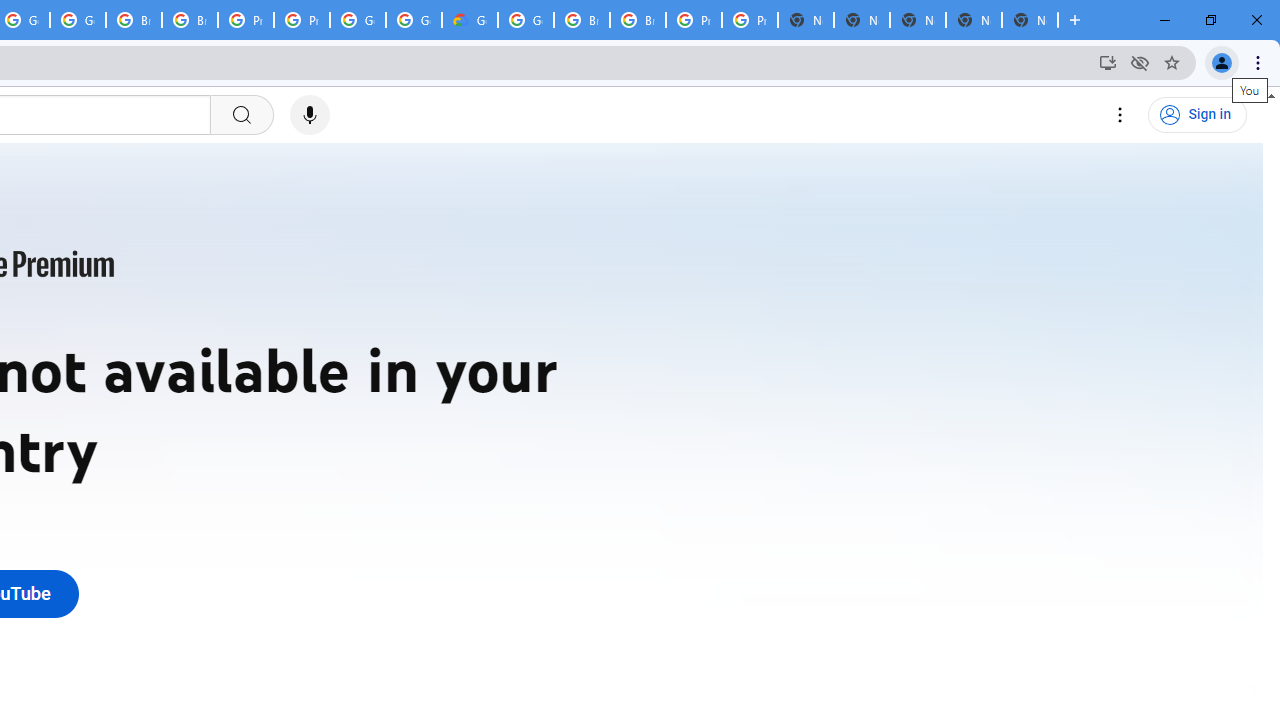 The height and width of the screenshot is (720, 1280). What do you see at coordinates (1106, 61) in the screenshot?
I see `'Install YouTube'` at bounding box center [1106, 61].